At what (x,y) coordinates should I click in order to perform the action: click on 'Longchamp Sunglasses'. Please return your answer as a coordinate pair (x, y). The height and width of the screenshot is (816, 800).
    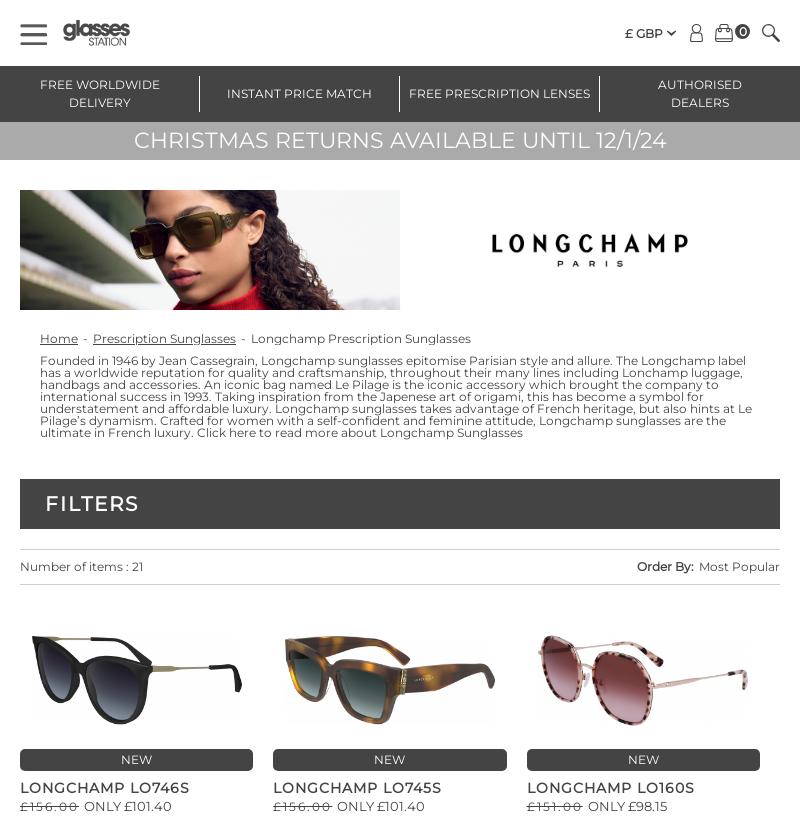
    Looking at the image, I should click on (450, 431).